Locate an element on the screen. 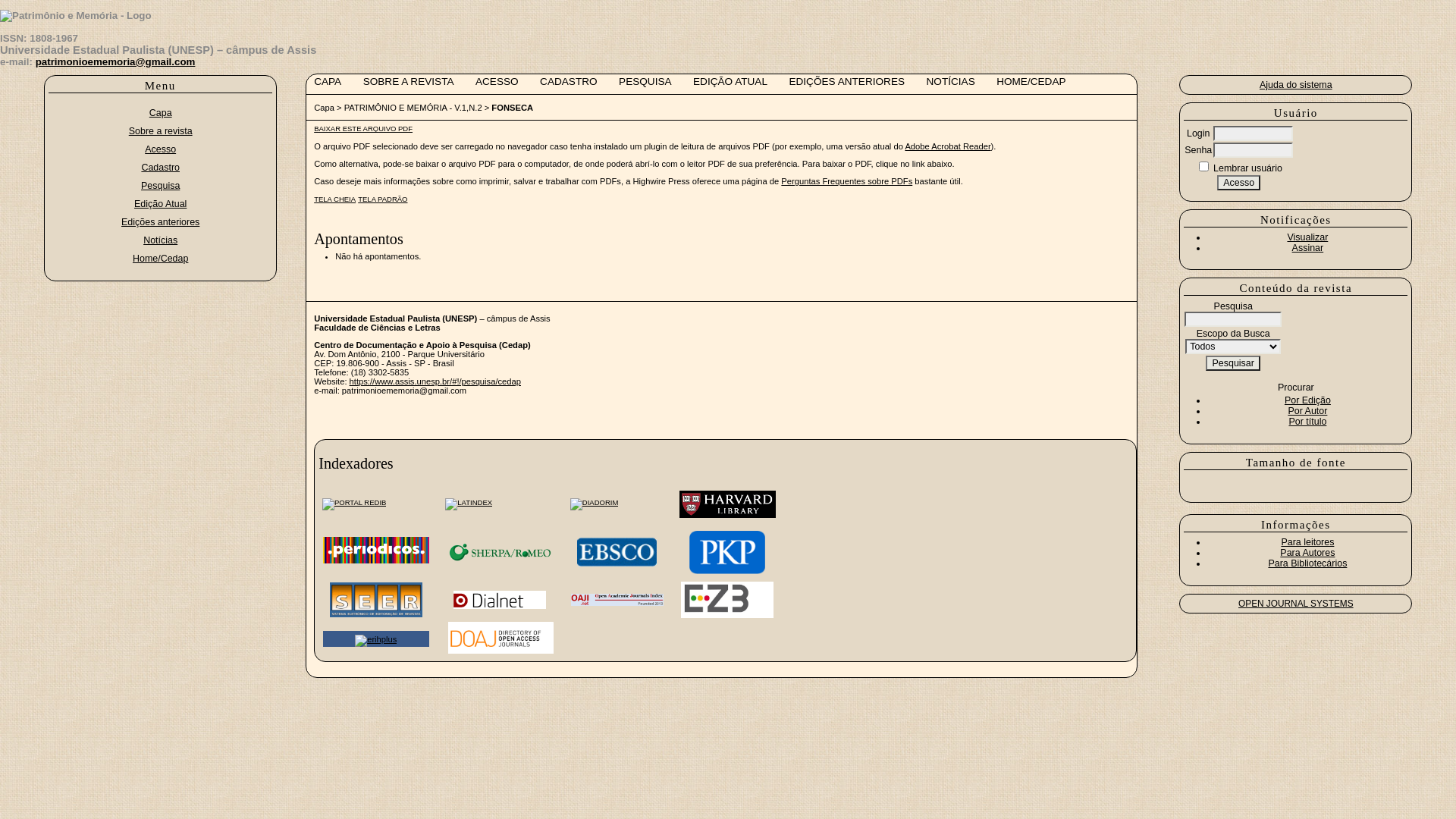 This screenshot has height=819, width=1456. 'OPEN JOURNAL SYSTEMS' is located at coordinates (1294, 602).